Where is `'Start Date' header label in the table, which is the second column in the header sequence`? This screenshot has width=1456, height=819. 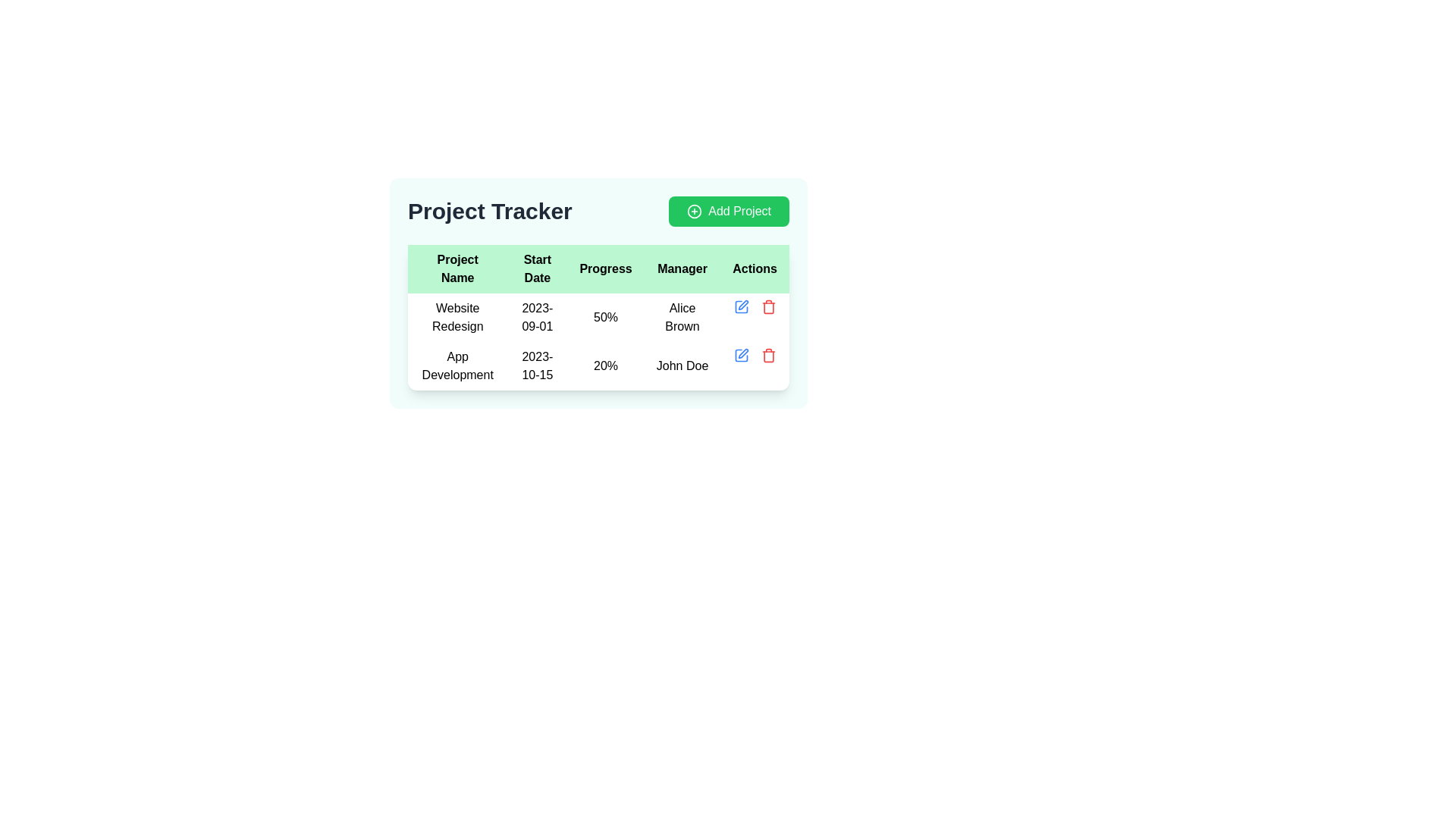
'Start Date' header label in the table, which is the second column in the header sequence is located at coordinates (537, 268).